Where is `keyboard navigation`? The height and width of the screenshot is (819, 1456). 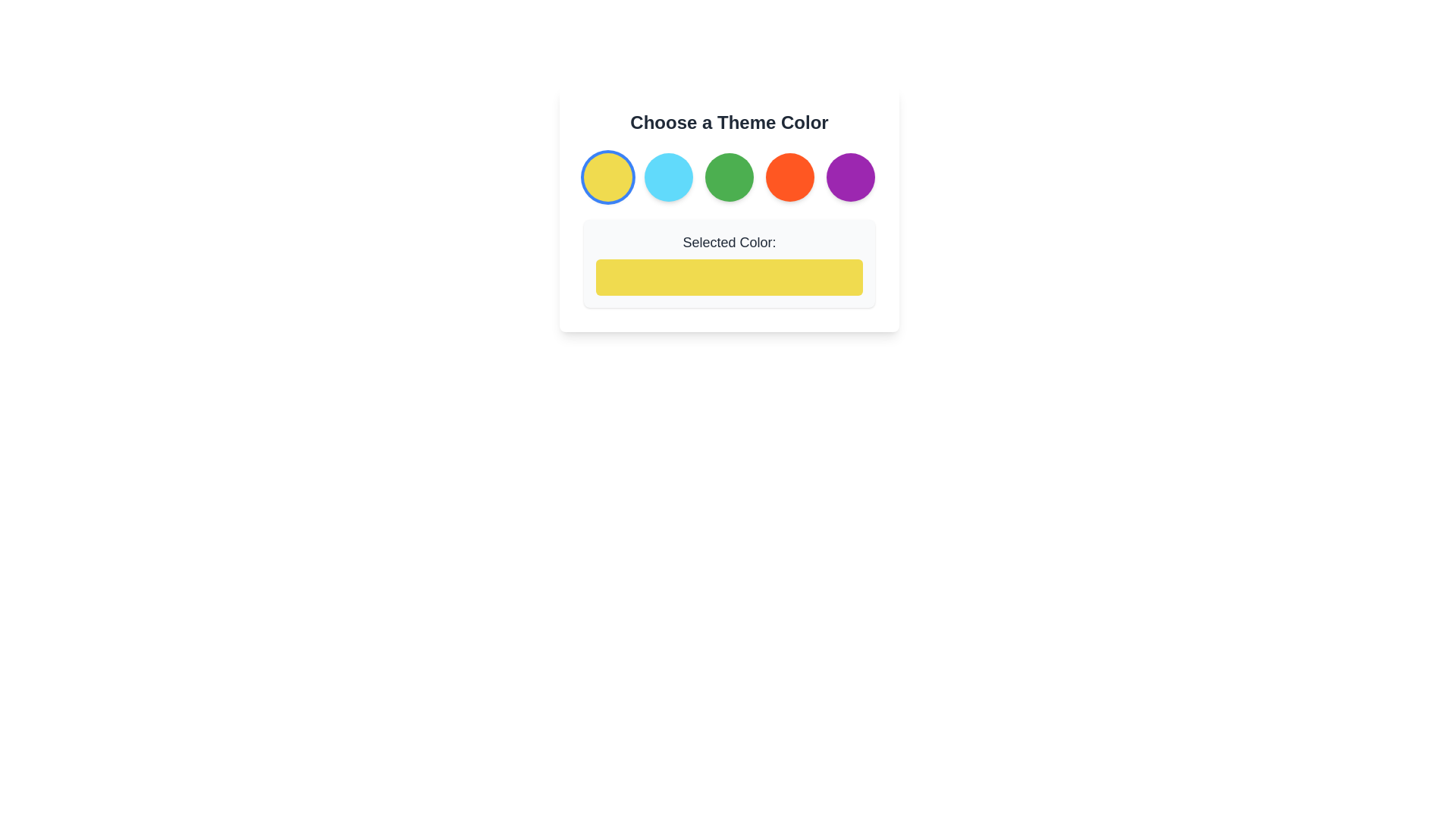
keyboard navigation is located at coordinates (729, 177).